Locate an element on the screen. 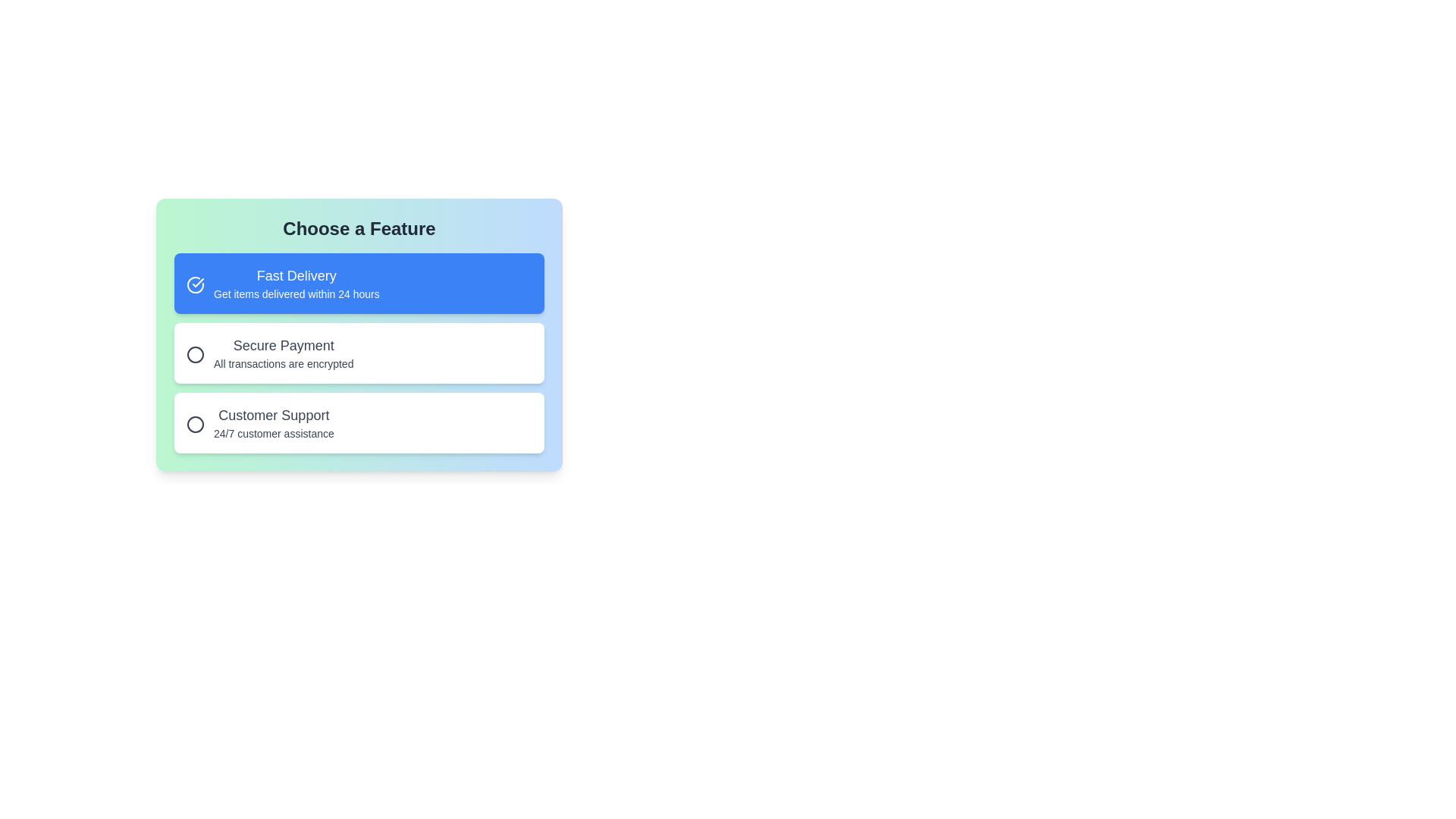 The height and width of the screenshot is (819, 1456). title of the text label displaying 'Secure Payment', which is part of the feature selection panel and is centrally located above the descriptor 'All transactions are encrypted' is located at coordinates (284, 345).